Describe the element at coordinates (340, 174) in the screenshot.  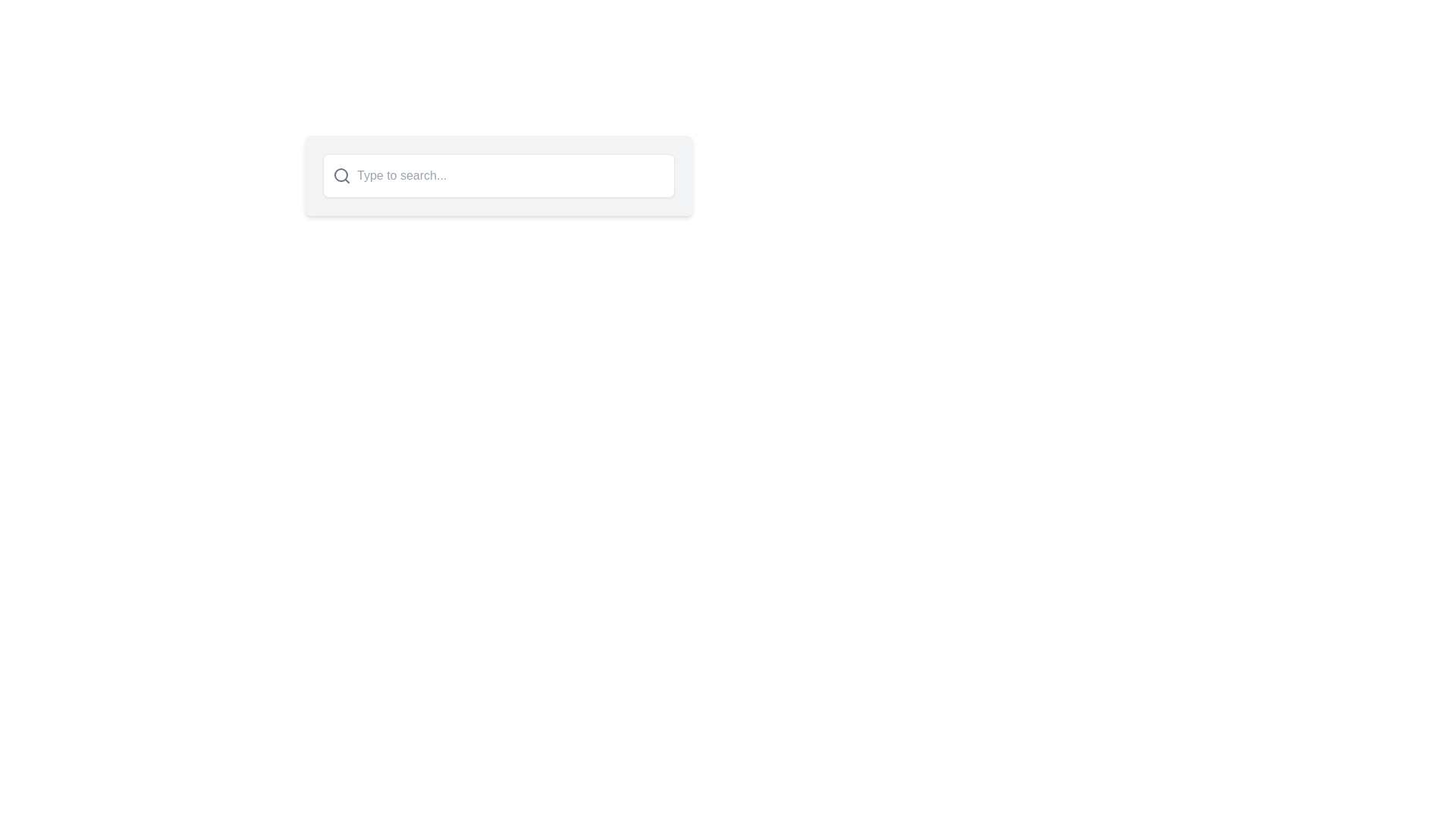
I see `the circular search icon located at the left side of the horizontal search bar in the top-center of the interface` at that location.